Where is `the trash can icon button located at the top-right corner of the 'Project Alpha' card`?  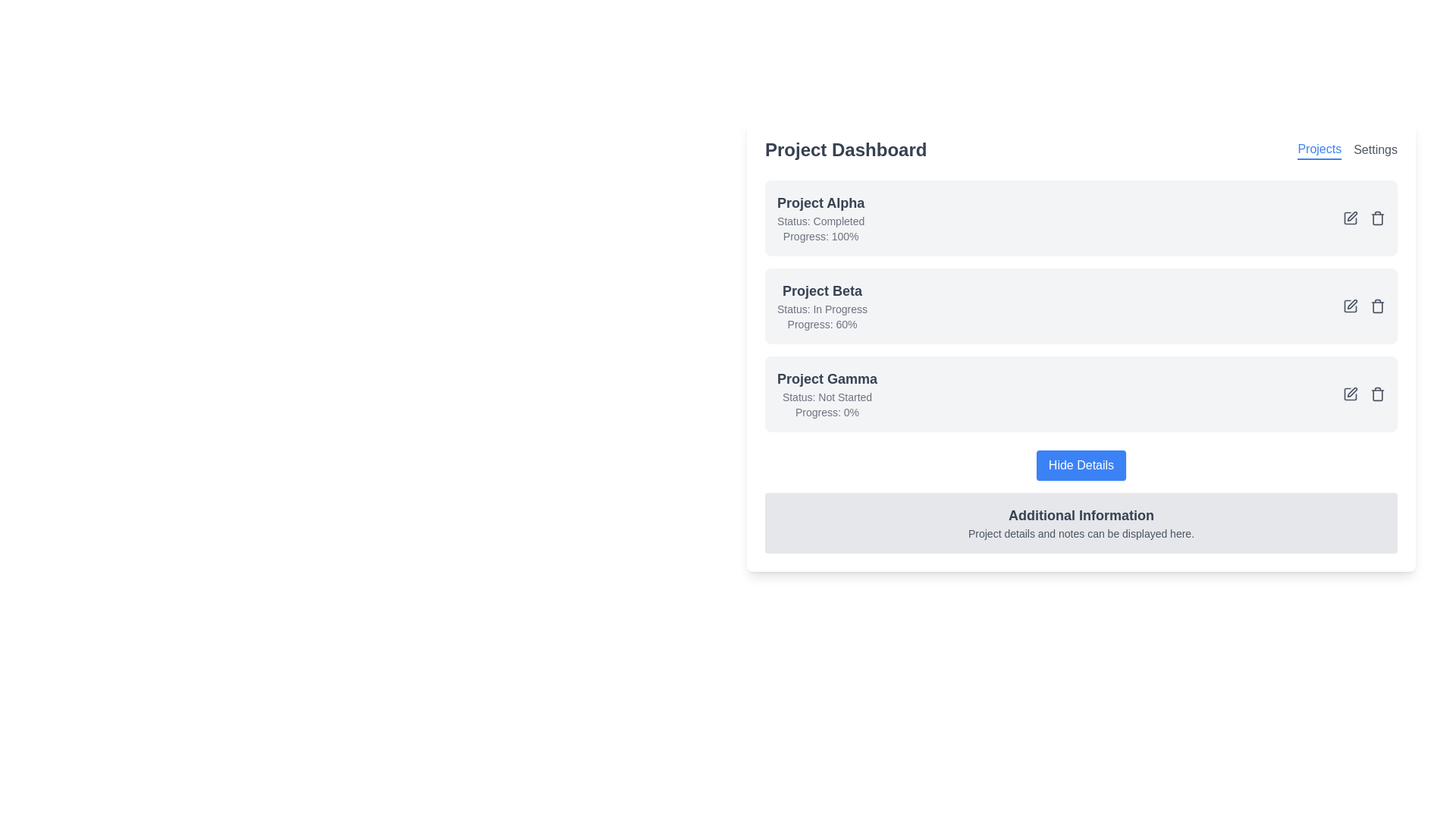
the trash can icon button located at the top-right corner of the 'Project Alpha' card is located at coordinates (1378, 219).